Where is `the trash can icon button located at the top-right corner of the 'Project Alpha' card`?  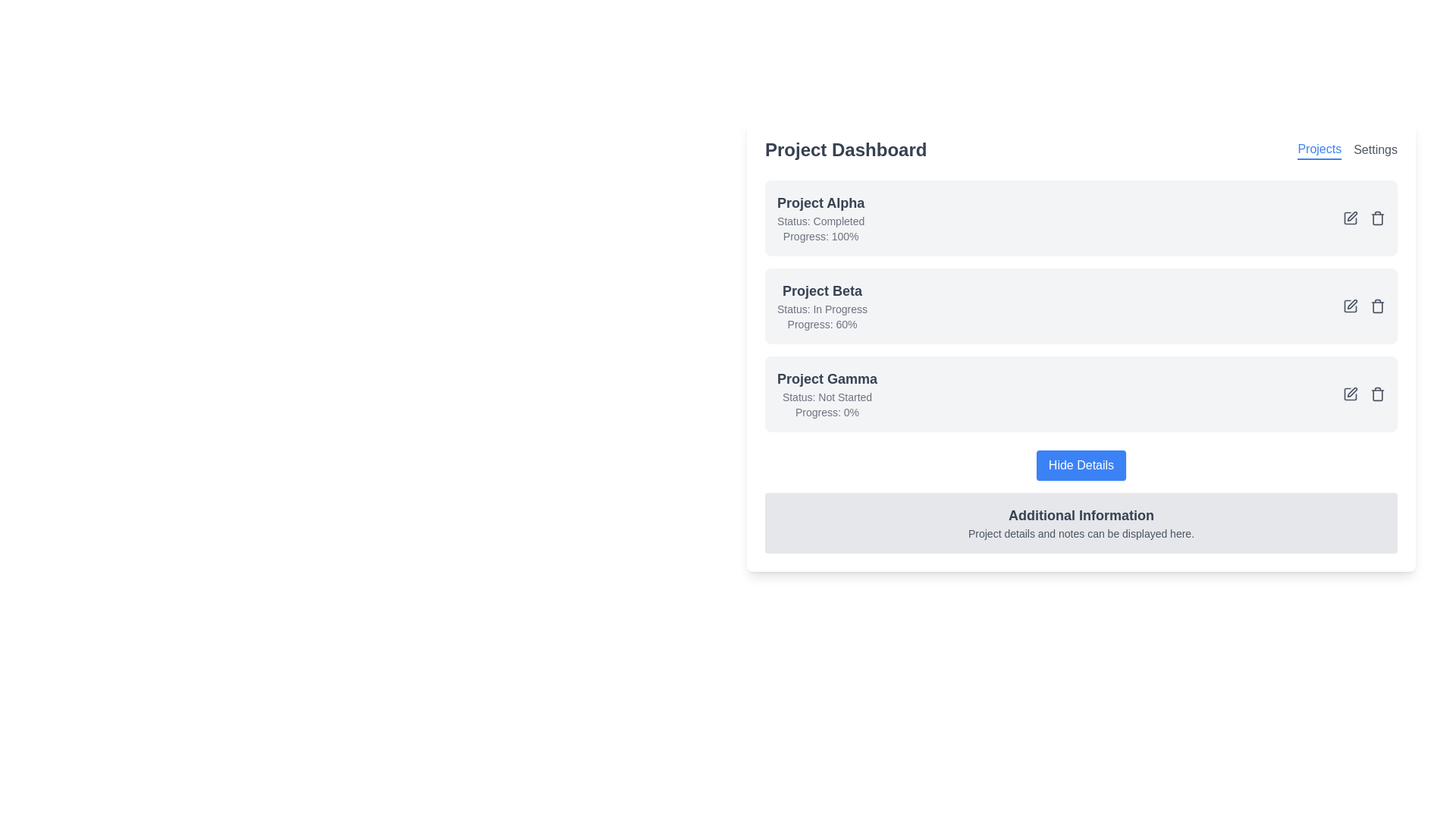
the trash can icon button located at the top-right corner of the 'Project Alpha' card is located at coordinates (1378, 219).